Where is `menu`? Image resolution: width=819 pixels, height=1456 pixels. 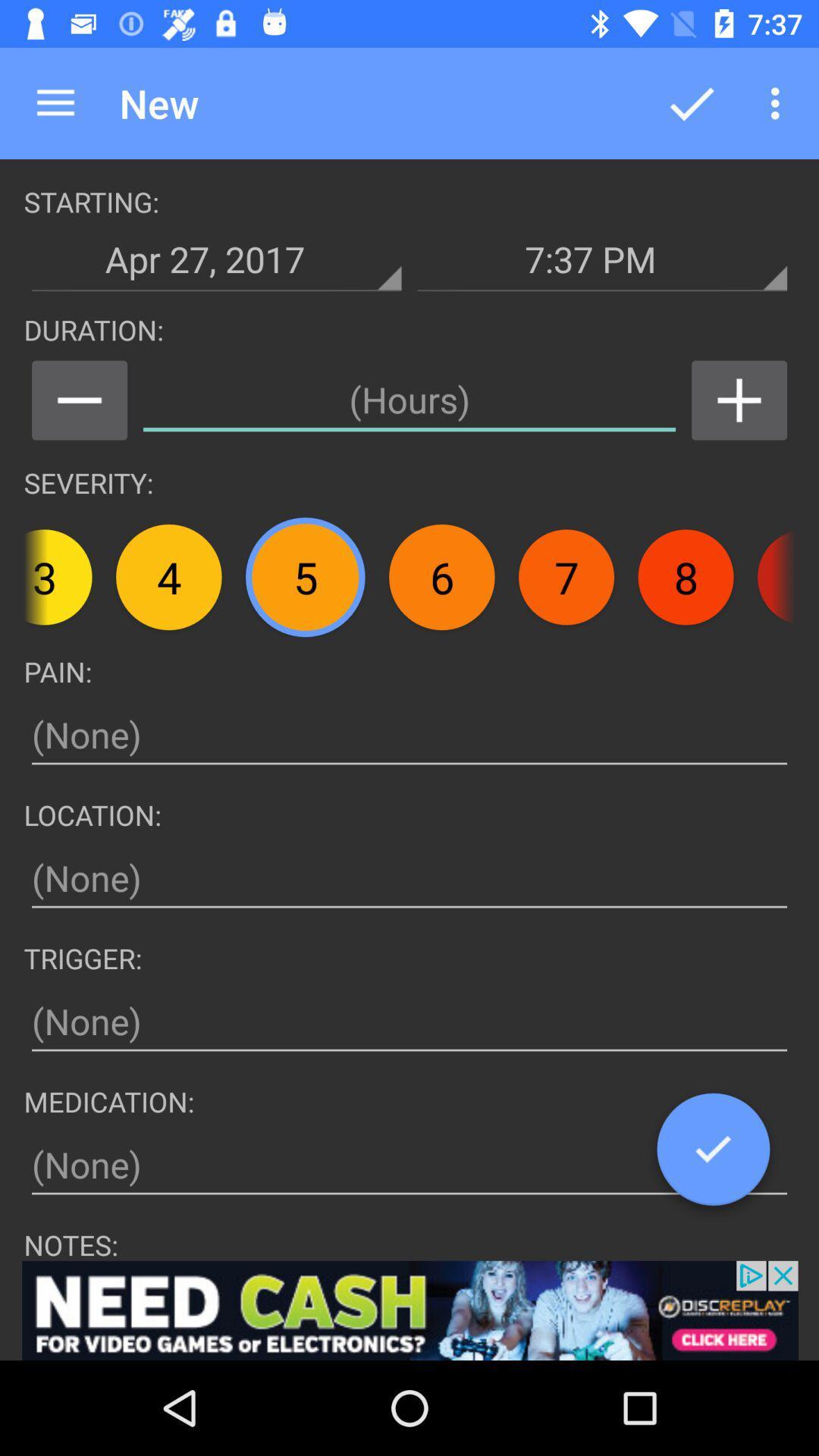
menu is located at coordinates (79, 400).